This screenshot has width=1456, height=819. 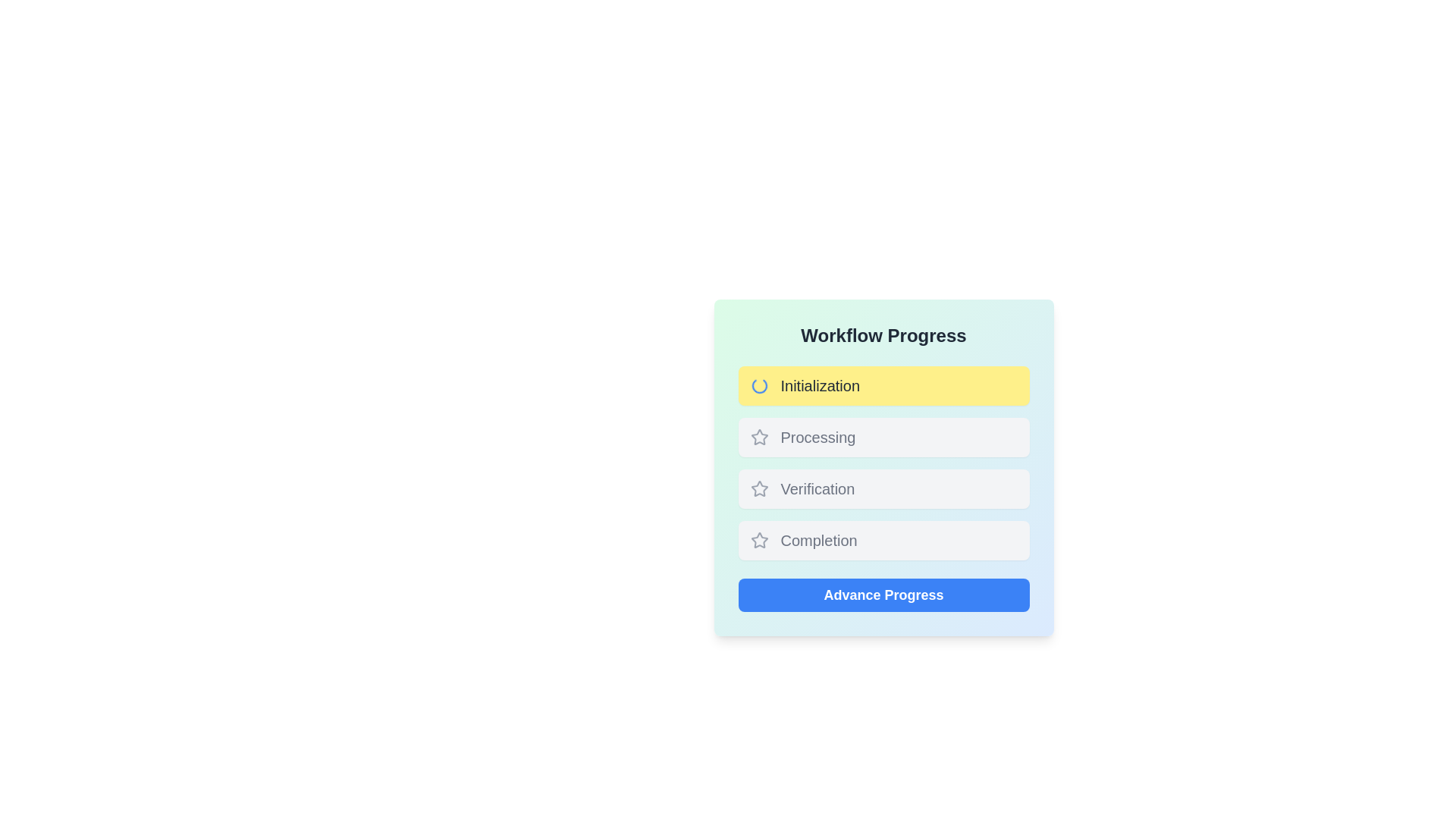 What do you see at coordinates (759, 488) in the screenshot?
I see `the second icon labeled 'Verification' in the 'Workflow Progress' panel` at bounding box center [759, 488].